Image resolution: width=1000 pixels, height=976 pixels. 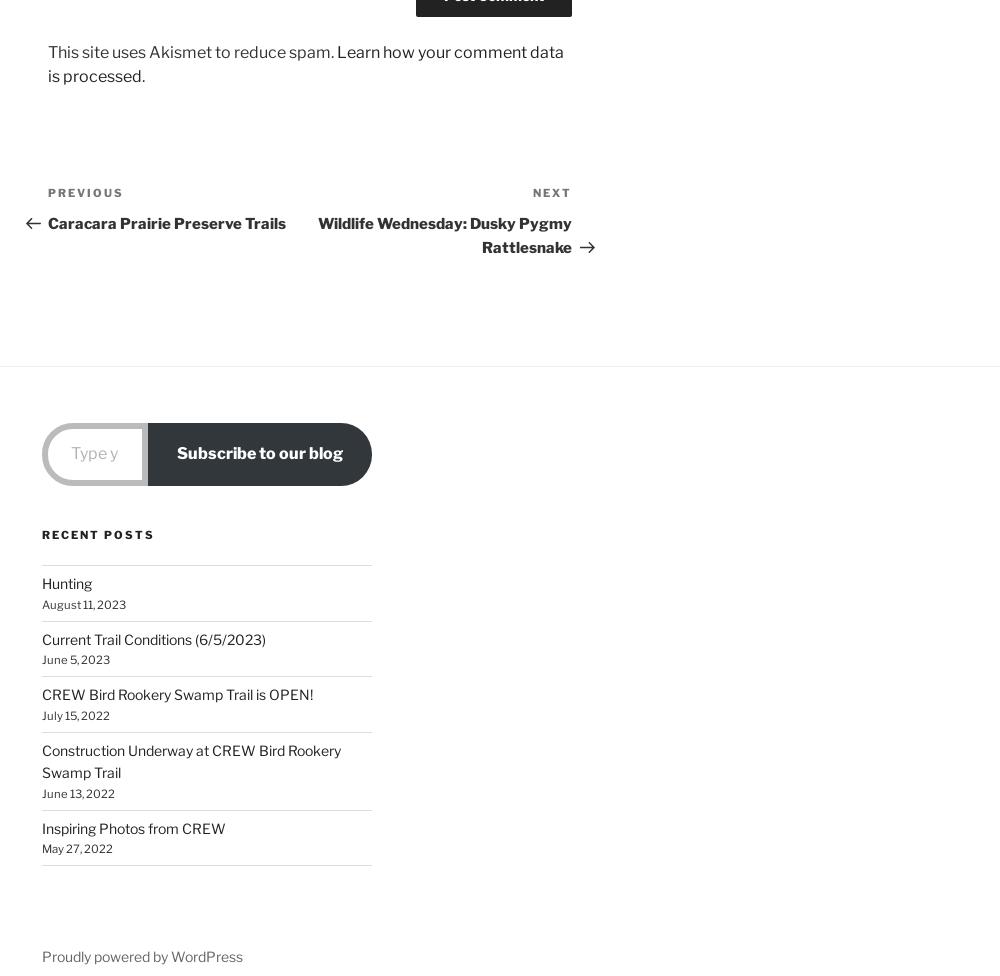 I want to click on 'Next', so click(x=552, y=190).